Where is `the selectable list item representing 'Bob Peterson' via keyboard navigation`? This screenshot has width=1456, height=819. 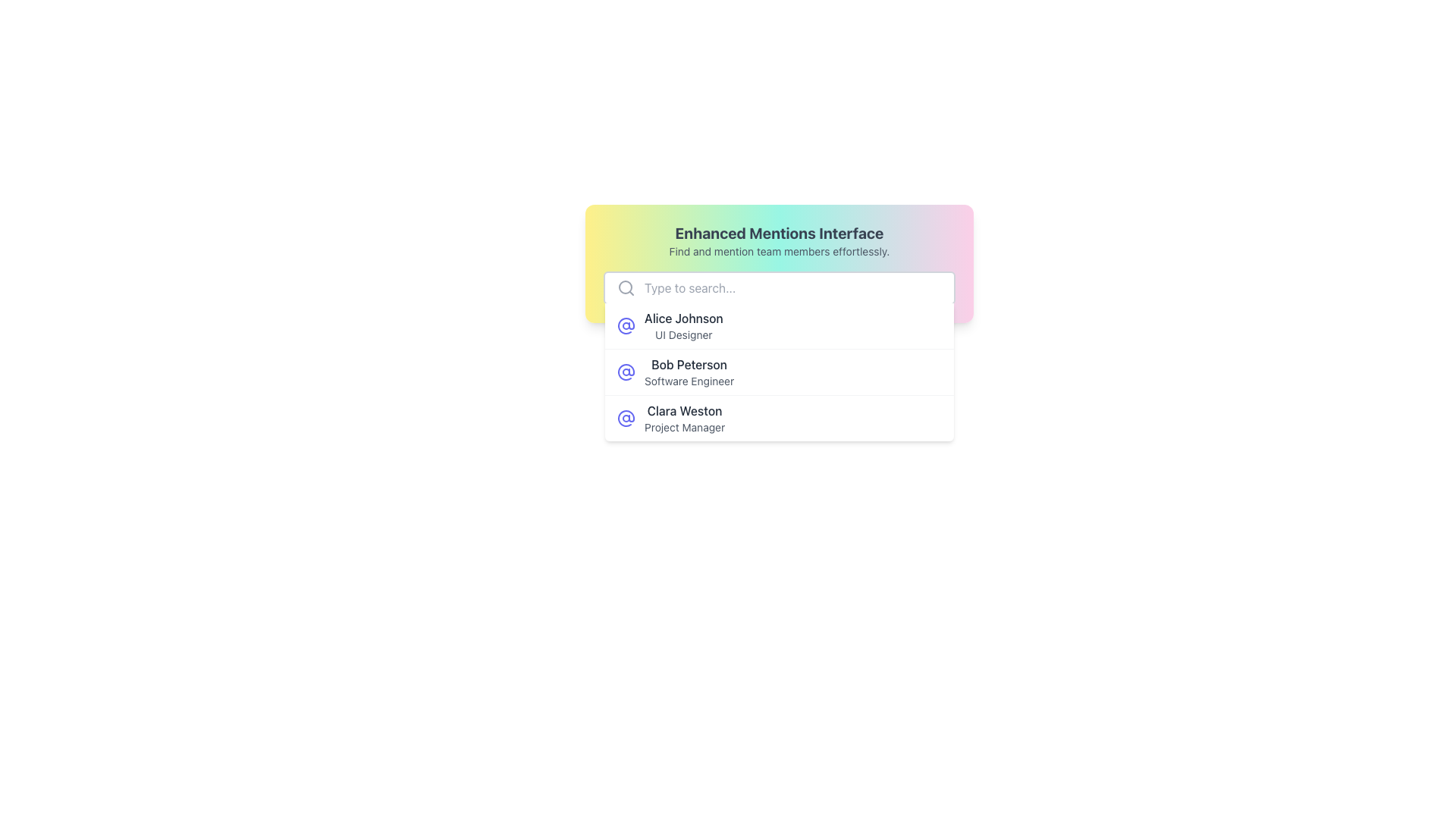
the selectable list item representing 'Bob Peterson' via keyboard navigation is located at coordinates (779, 372).